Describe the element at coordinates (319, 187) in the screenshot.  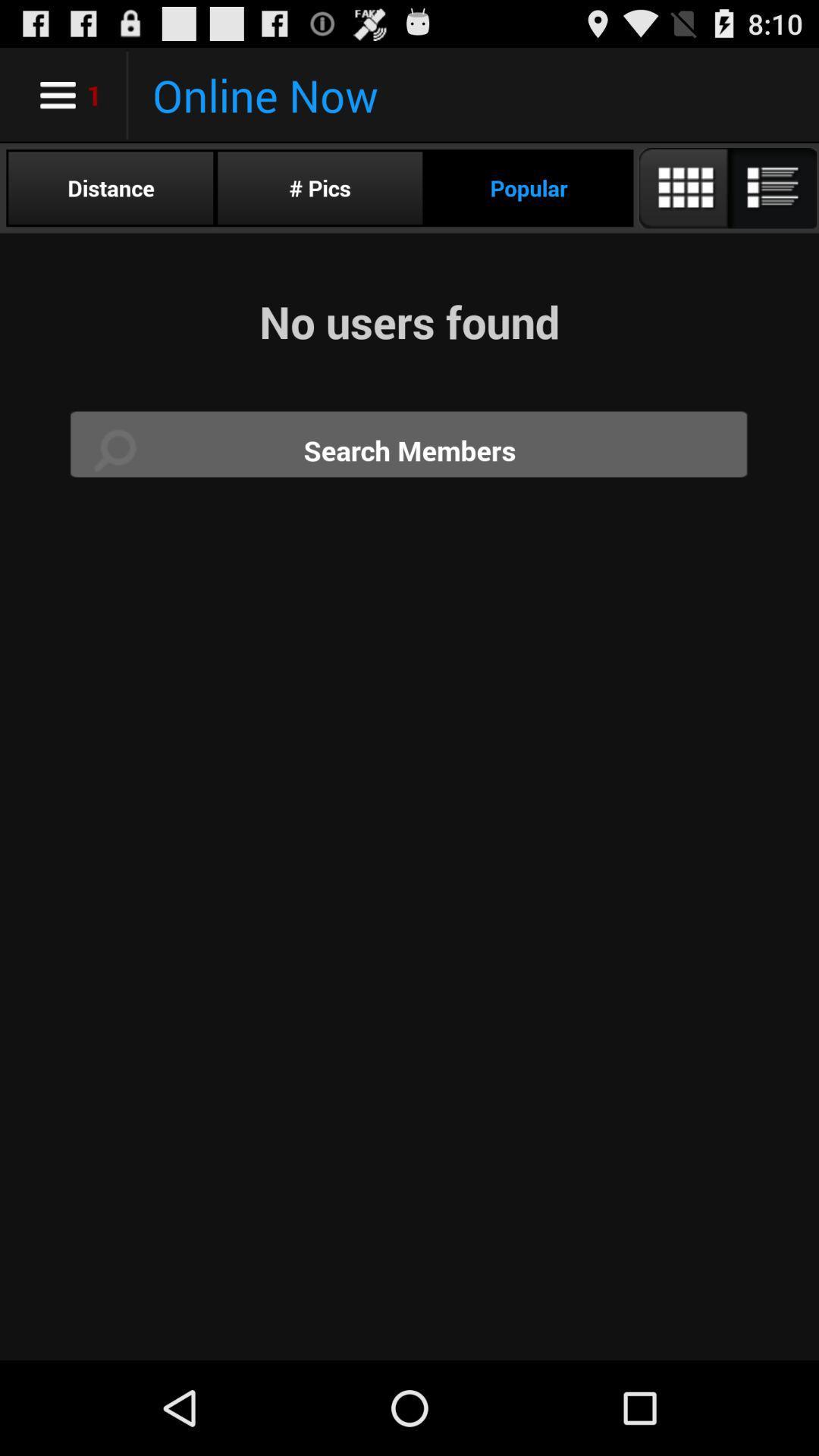
I see `the radio button to the left of the popular` at that location.